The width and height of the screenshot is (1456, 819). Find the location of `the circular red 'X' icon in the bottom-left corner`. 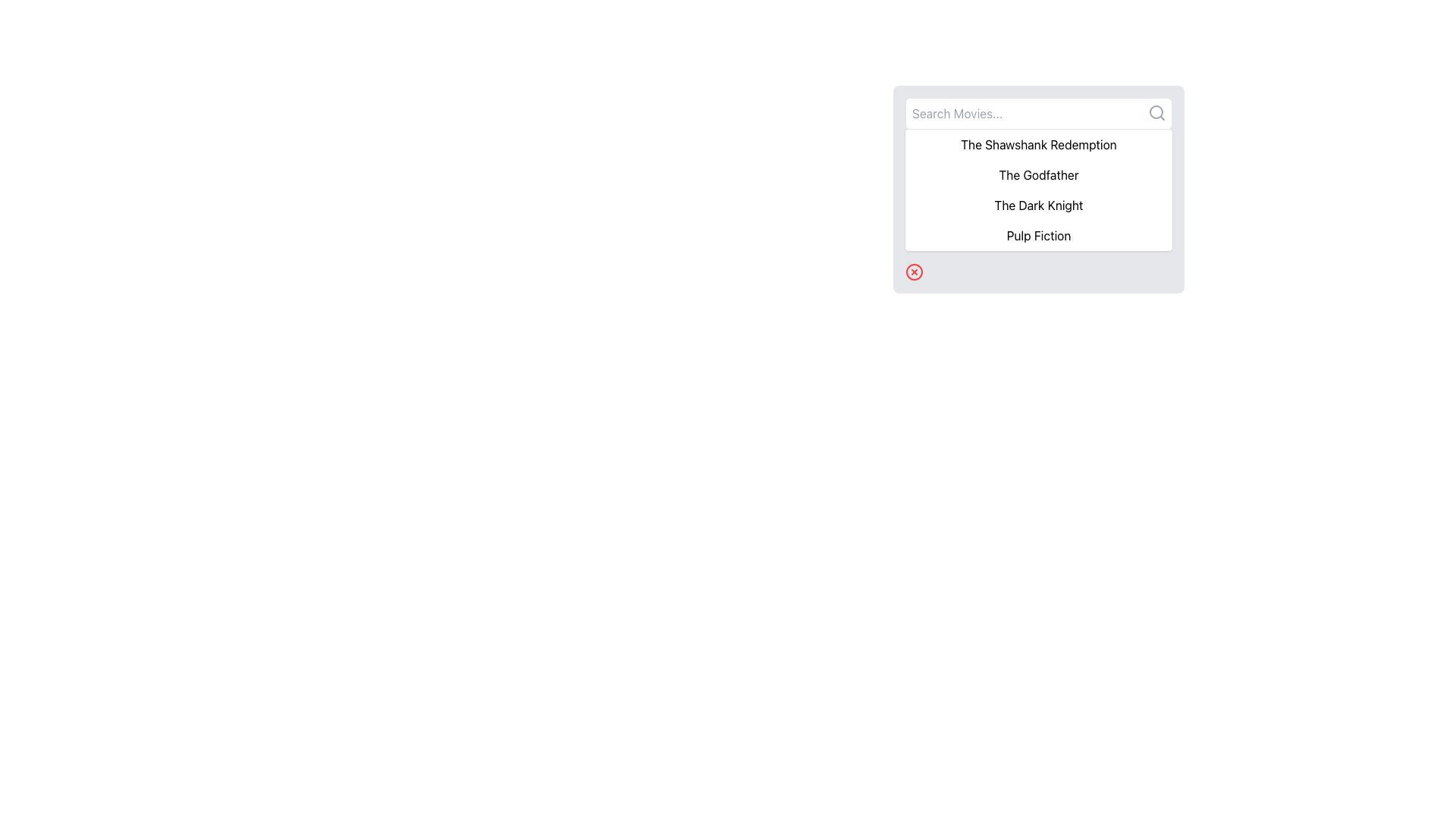

the circular red 'X' icon in the bottom-left corner is located at coordinates (913, 271).